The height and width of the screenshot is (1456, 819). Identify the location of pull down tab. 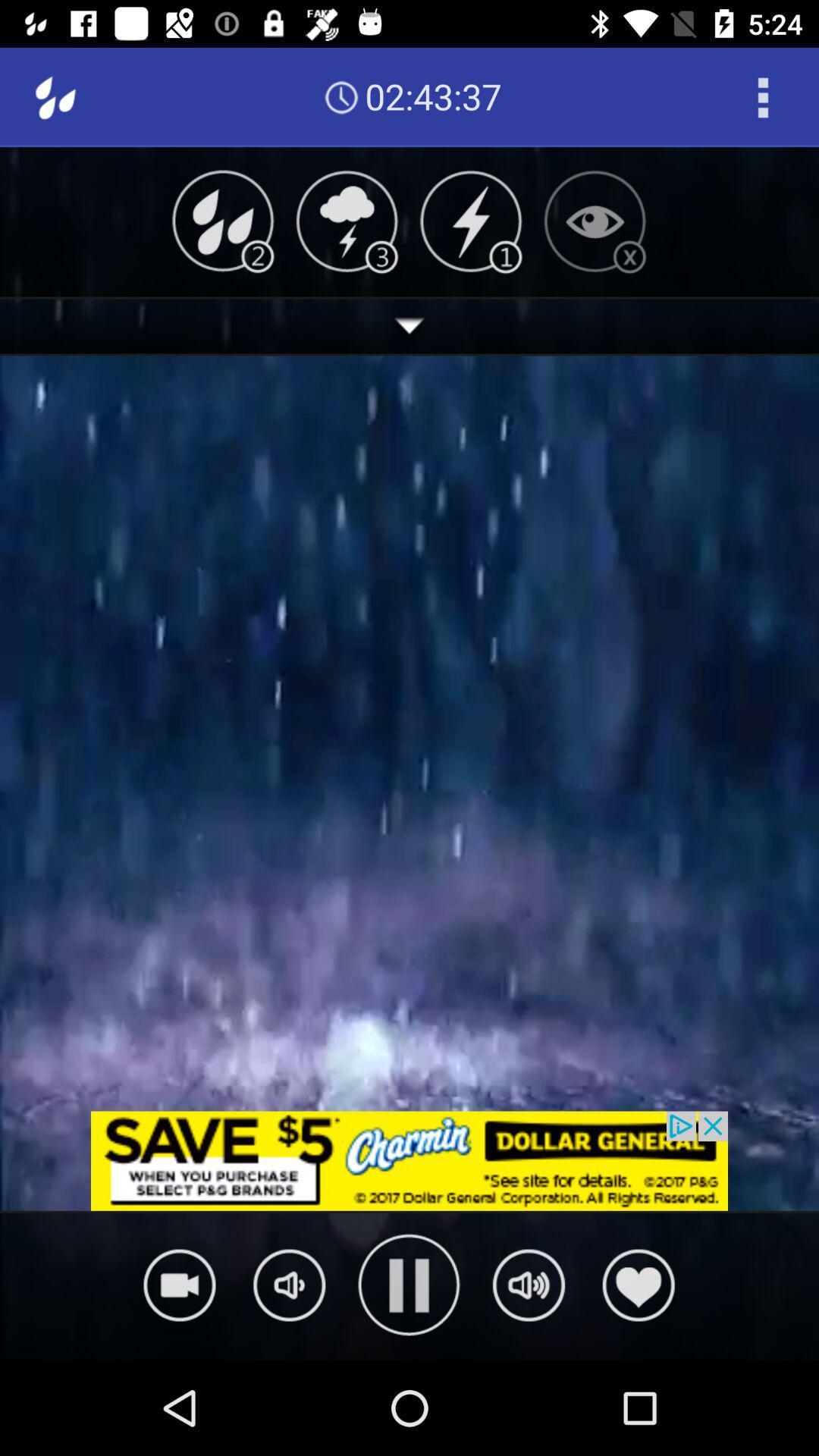
(409, 325).